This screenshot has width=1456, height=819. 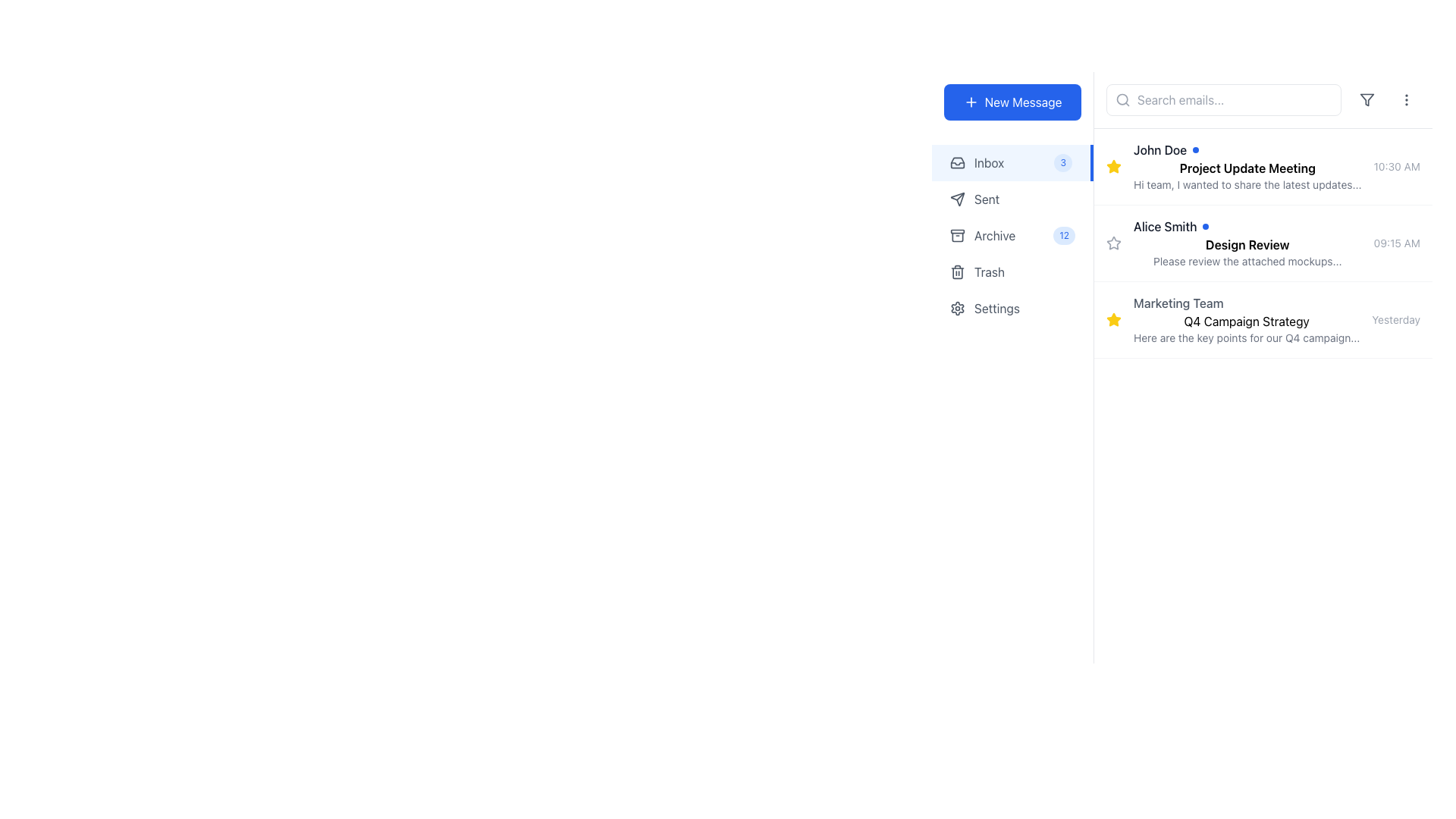 I want to click on the vertical line within the trash bin icon located in the navigation panel, which is styled as an outline with no fill and a stroke color similar to the surrounding theme, so click(x=956, y=271).